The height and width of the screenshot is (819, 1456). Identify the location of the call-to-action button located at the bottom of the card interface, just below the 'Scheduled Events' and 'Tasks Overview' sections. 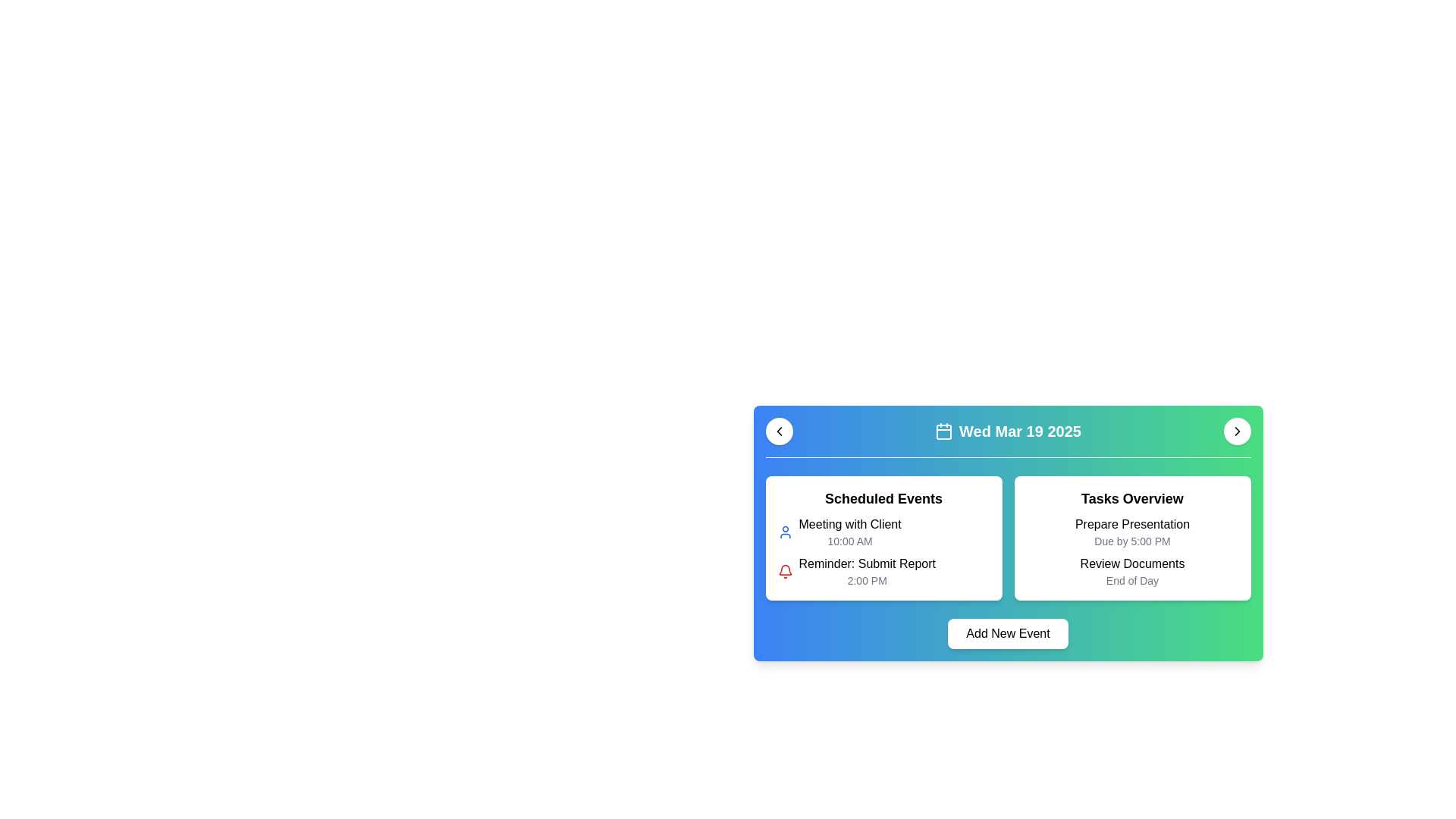
(1008, 634).